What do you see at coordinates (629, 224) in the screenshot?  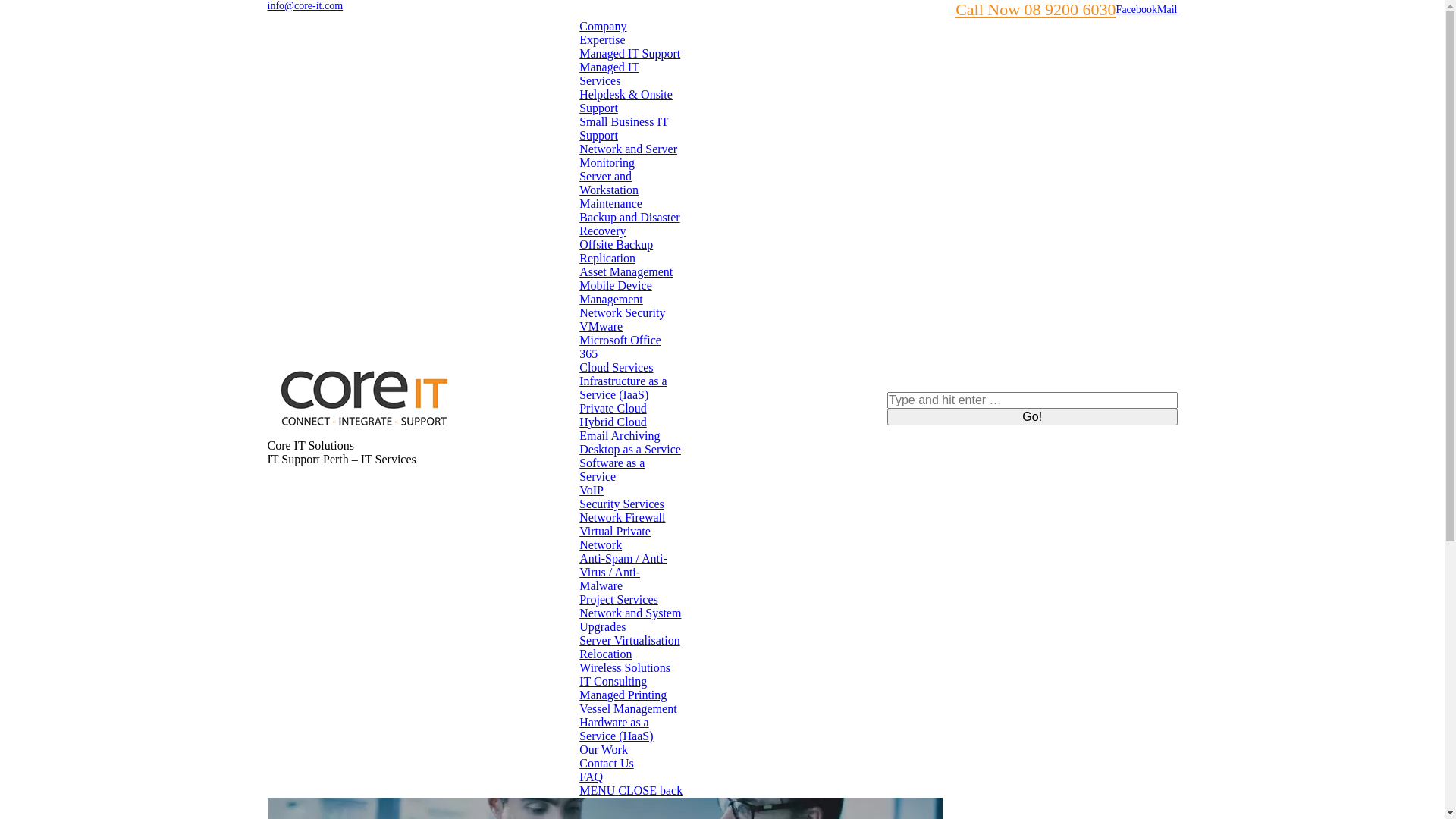 I see `'Backup and Disaster Recovery'` at bounding box center [629, 224].